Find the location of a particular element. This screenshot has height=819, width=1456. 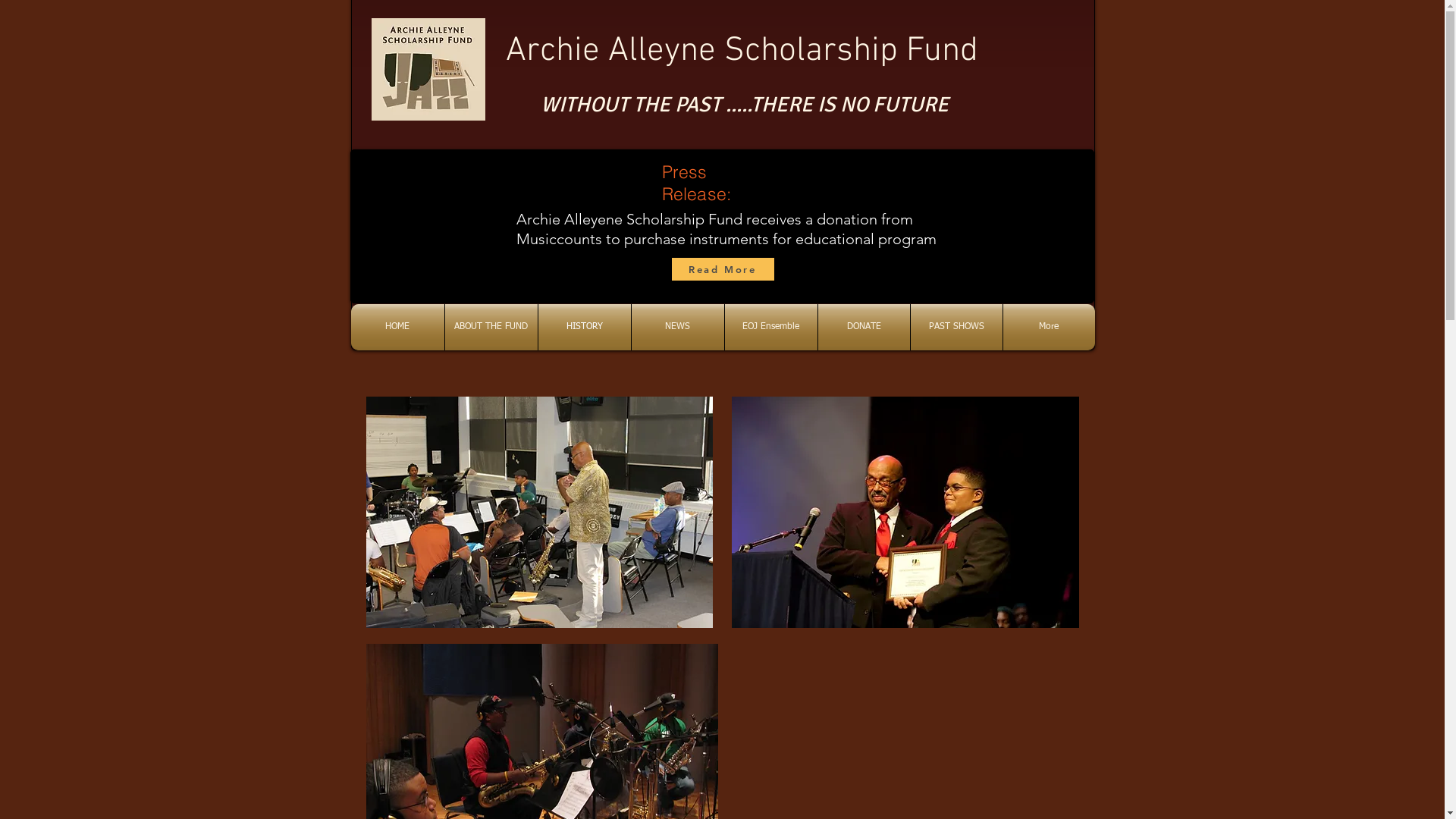

'HISTORY' is located at coordinates (584, 326).